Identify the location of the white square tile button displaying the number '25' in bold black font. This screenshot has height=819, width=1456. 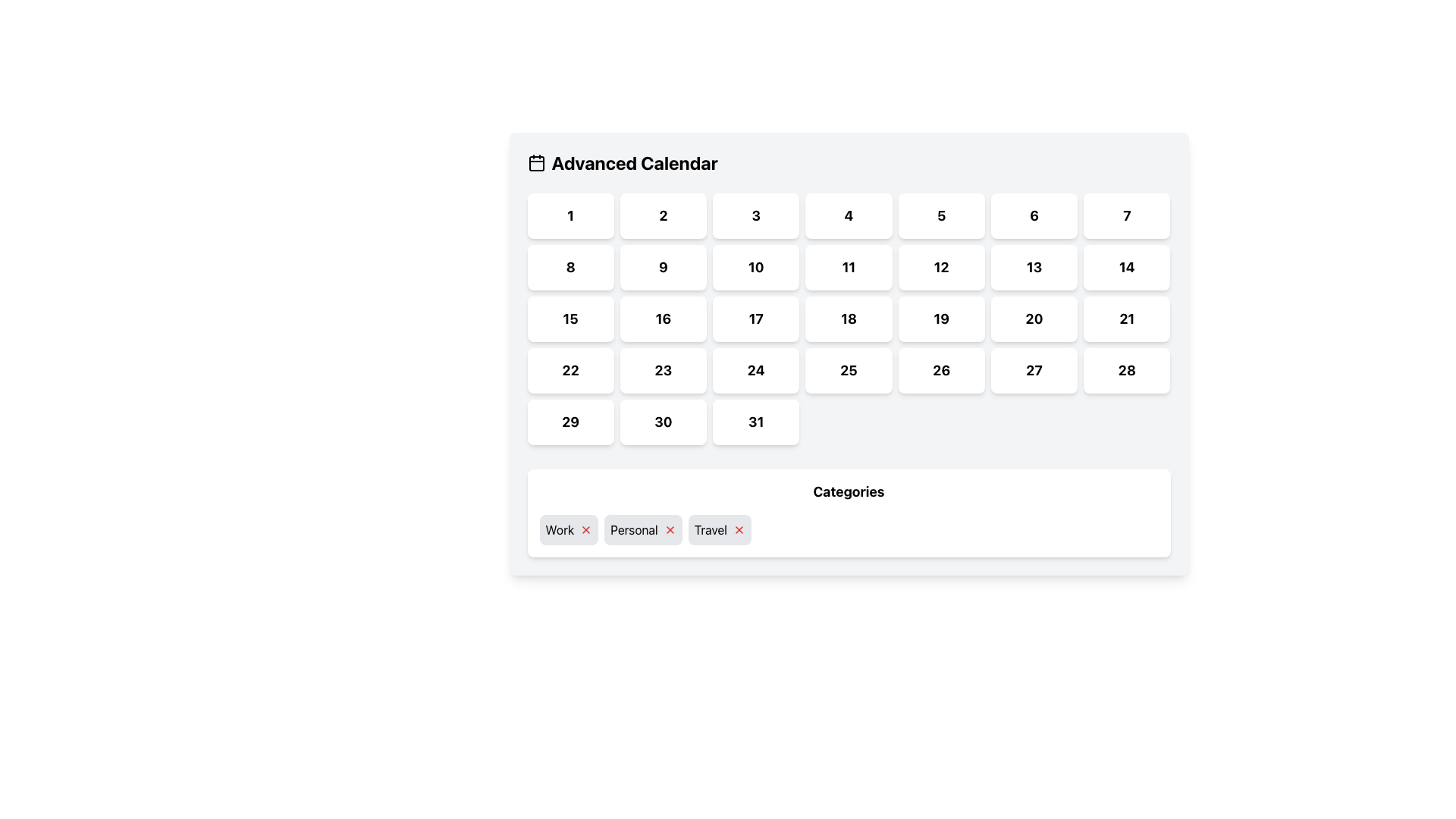
(848, 371).